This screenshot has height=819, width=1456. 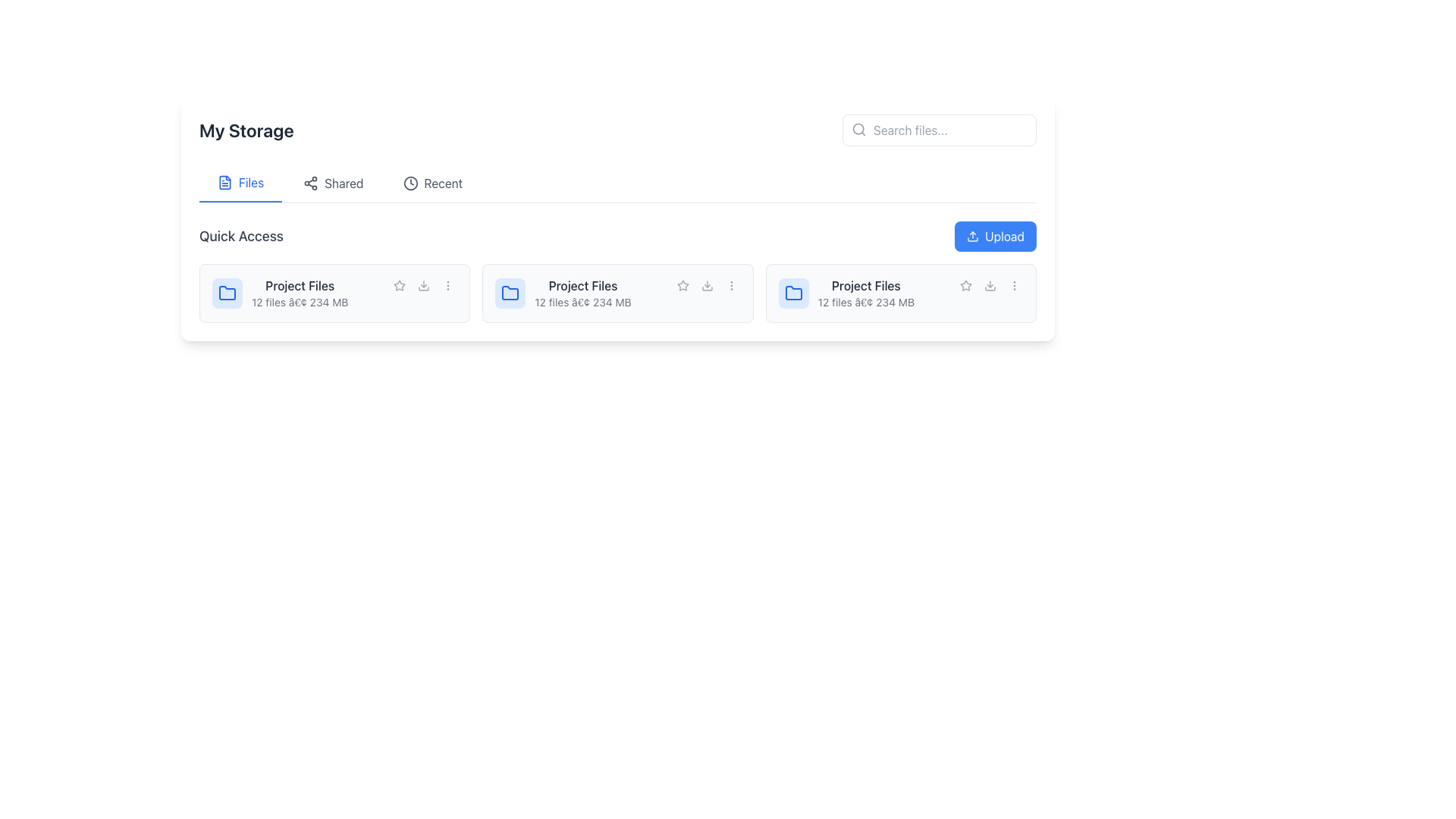 I want to click on the SVG circle element that is part of the clock icon located near the 'Recent' tab at the top center of the interface, so click(x=410, y=183).